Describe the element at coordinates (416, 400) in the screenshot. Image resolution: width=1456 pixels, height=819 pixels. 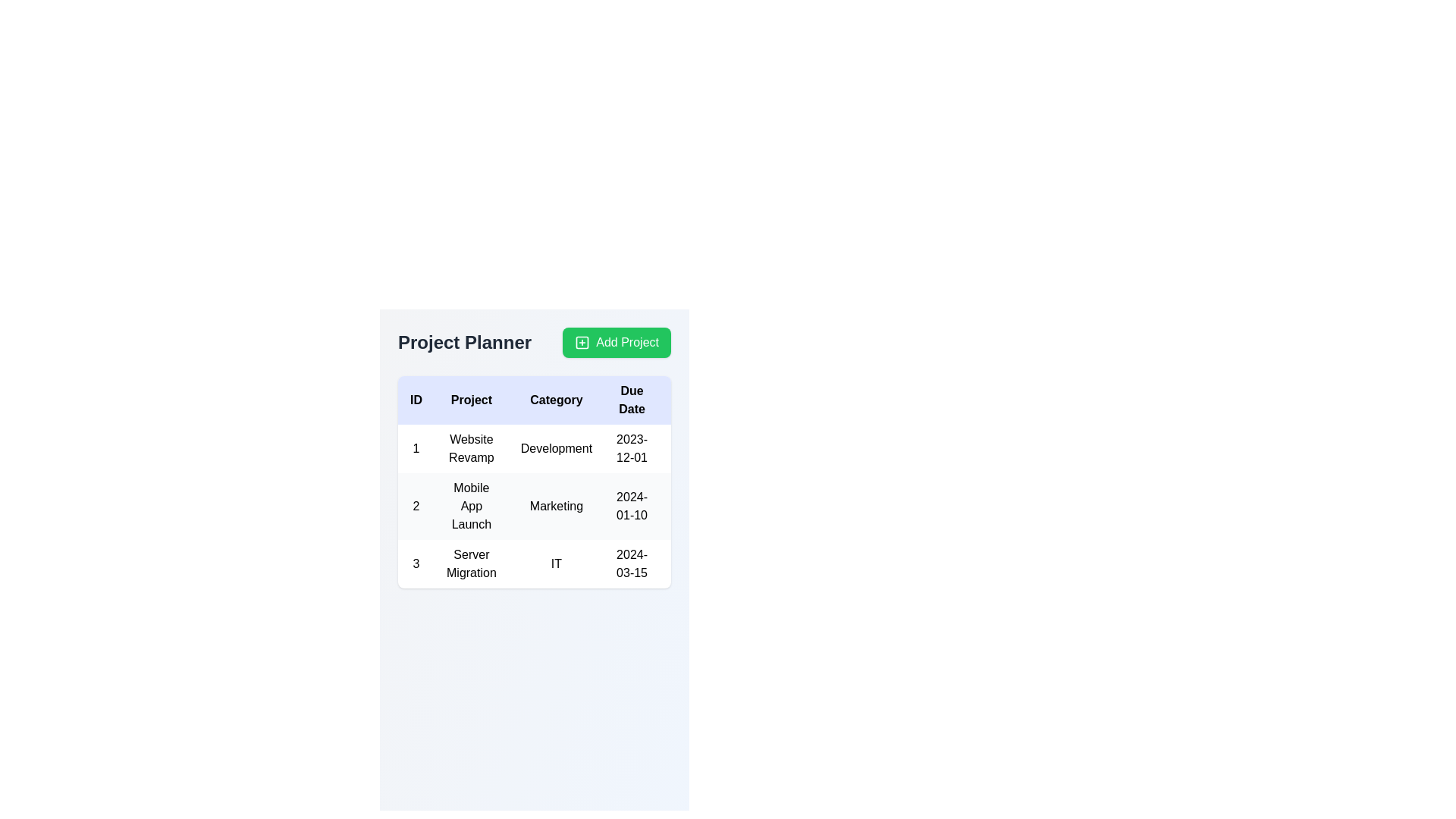
I see `Text label that serves as the header for the column containing IDs in the data table, located directly to the left of the 'Project' header` at that location.